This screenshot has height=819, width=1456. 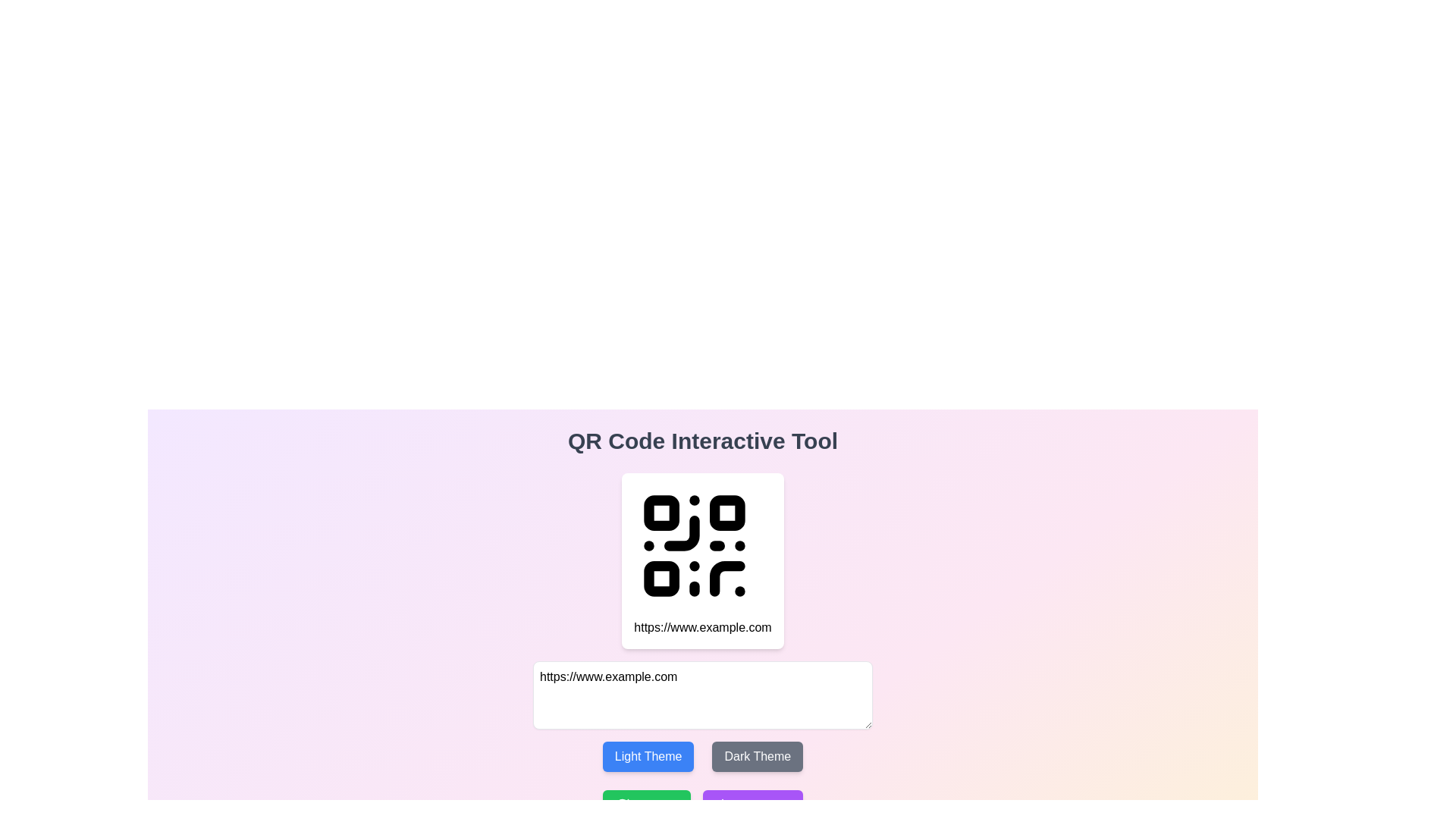 I want to click on the third rectangular block of the QR code located in the lower-left quadrant, which is part of its scannable pattern, so click(x=662, y=579).